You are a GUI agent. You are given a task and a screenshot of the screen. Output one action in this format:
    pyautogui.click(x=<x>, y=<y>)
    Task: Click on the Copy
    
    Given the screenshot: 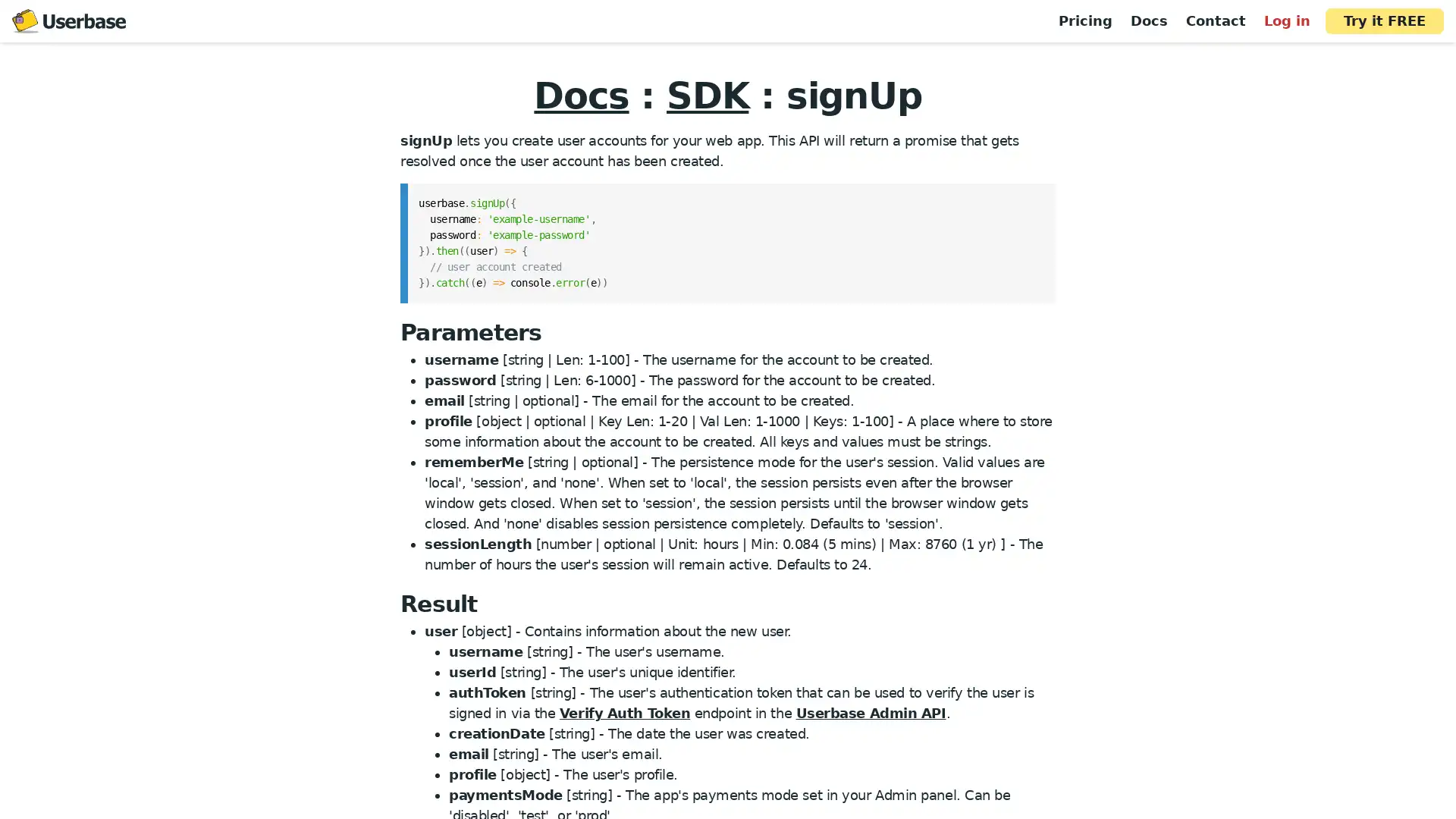 What is the action you would take?
    pyautogui.click(x=1033, y=198)
    